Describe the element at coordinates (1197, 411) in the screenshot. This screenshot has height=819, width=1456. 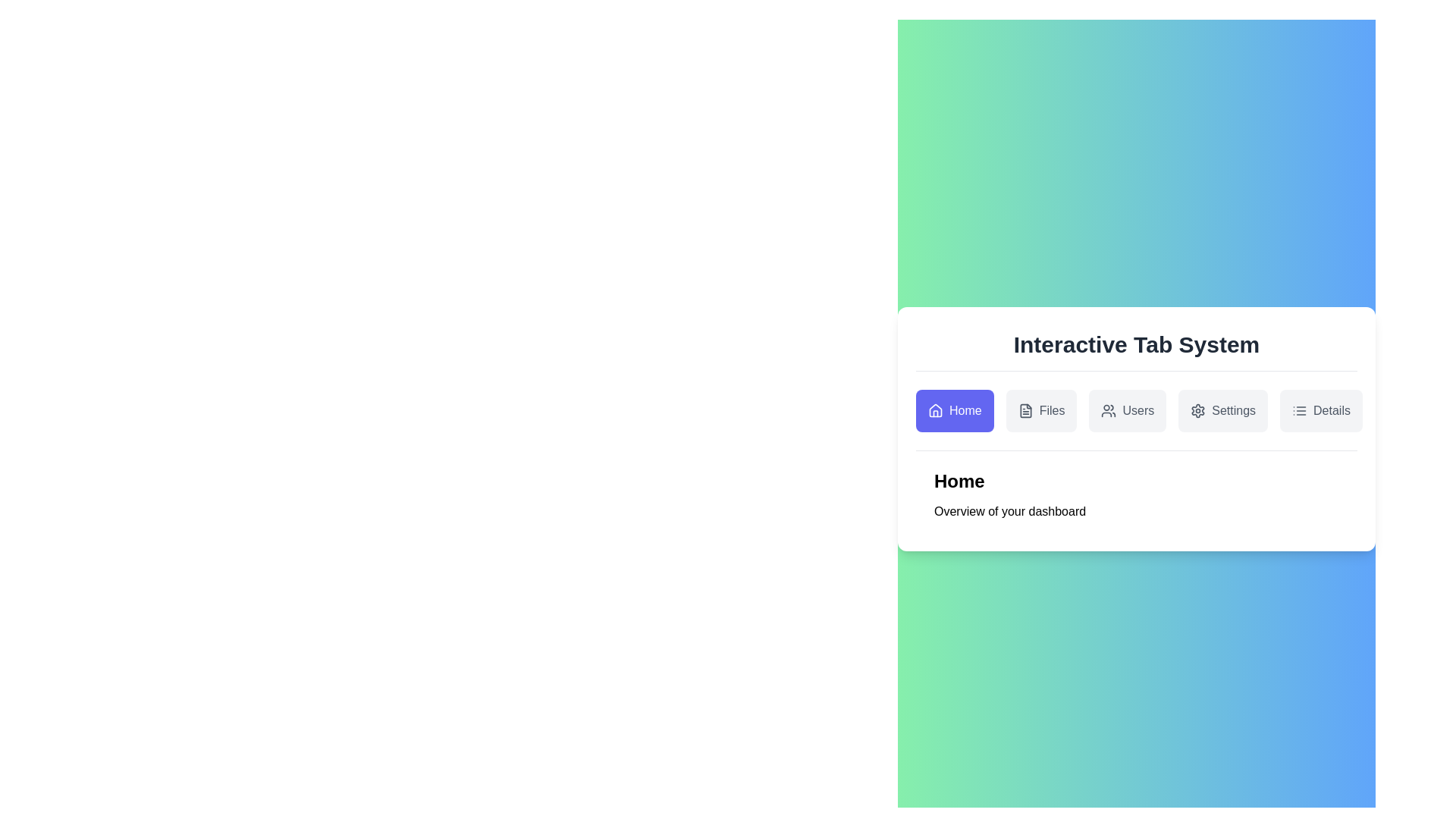
I see `the gear-shaped icon within the 'Settings' tab, located to the left of the text 'Settings'` at that location.